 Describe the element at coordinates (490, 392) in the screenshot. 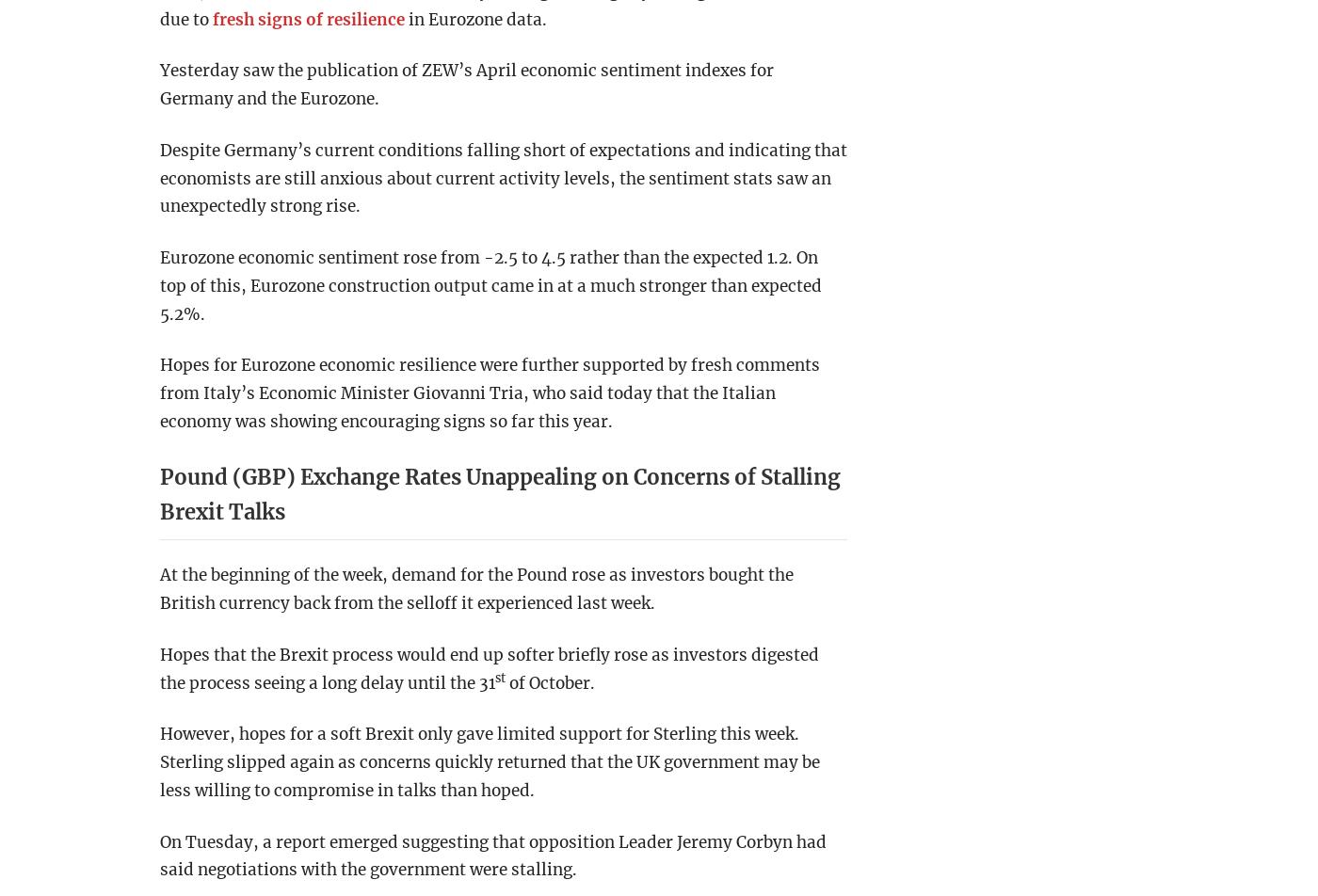

I see `'Hopes for Eurozone economic resilience were further supported by fresh comments from Italy’s Economic Minister Giovanni Tria, who said today that the Italian economy was showing encouraging signs so far this year.'` at that location.